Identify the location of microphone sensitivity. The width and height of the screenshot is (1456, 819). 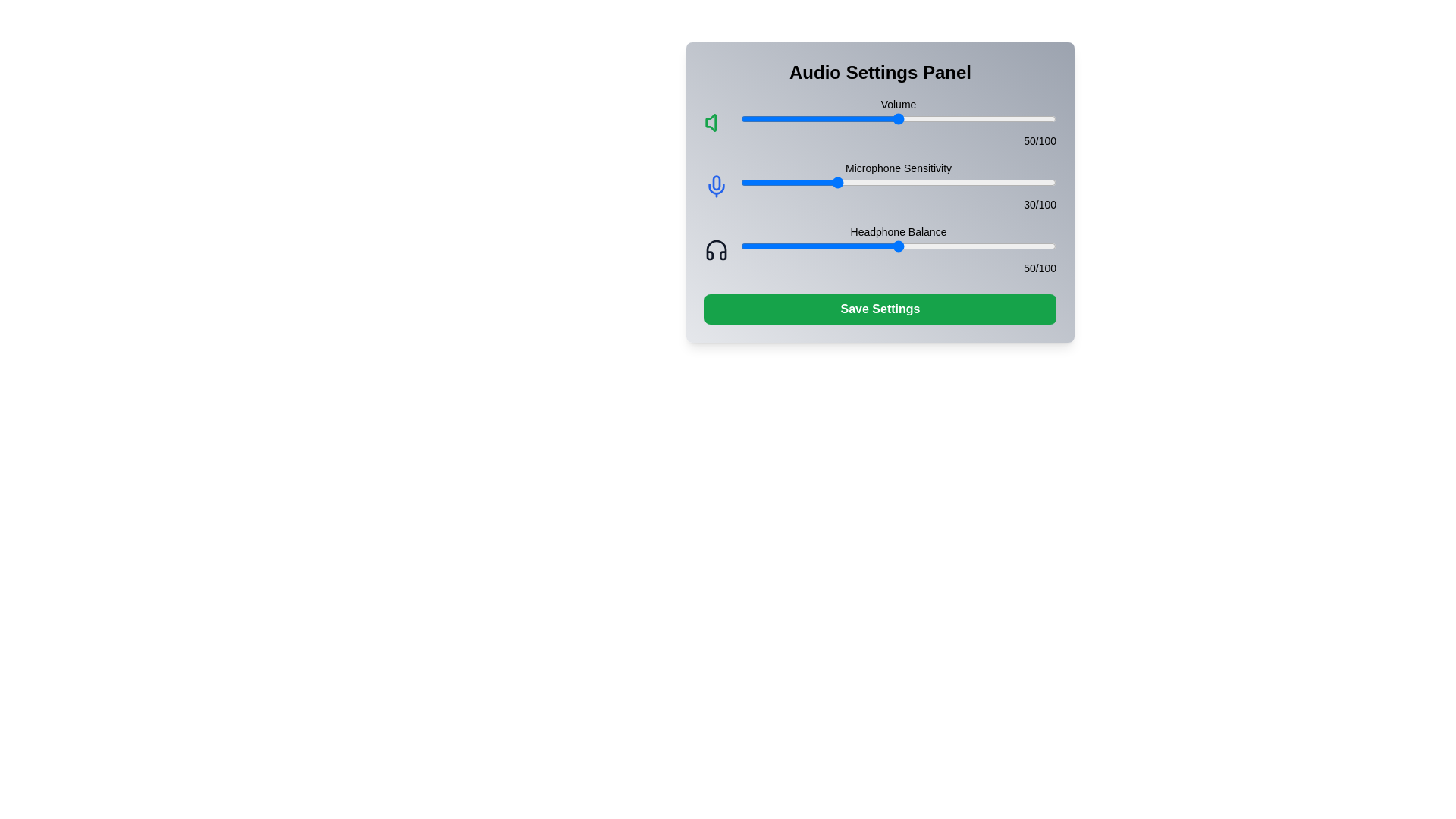
(772, 181).